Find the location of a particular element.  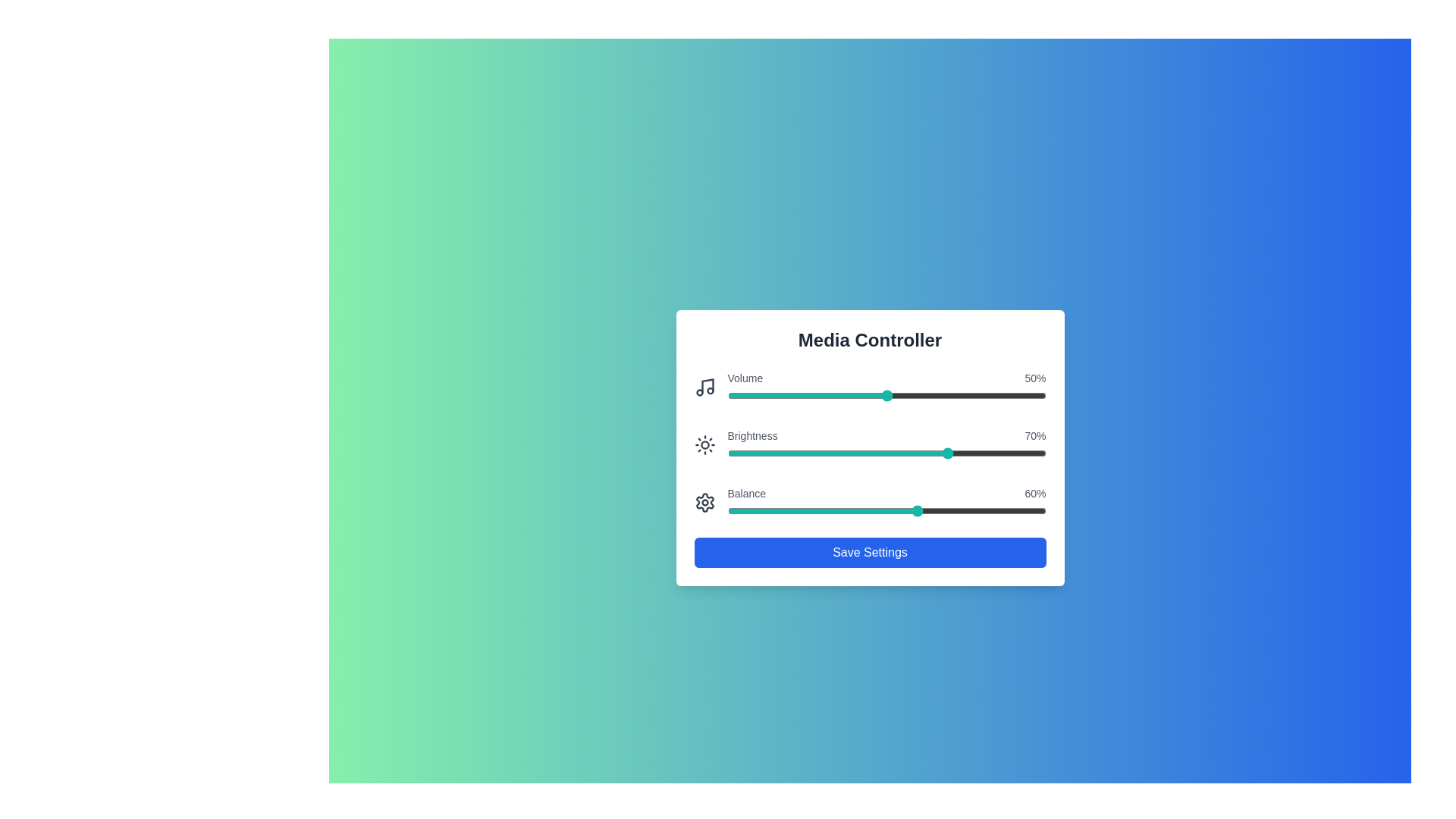

the volume slider to 65% by dragging the slider handle is located at coordinates (934, 394).